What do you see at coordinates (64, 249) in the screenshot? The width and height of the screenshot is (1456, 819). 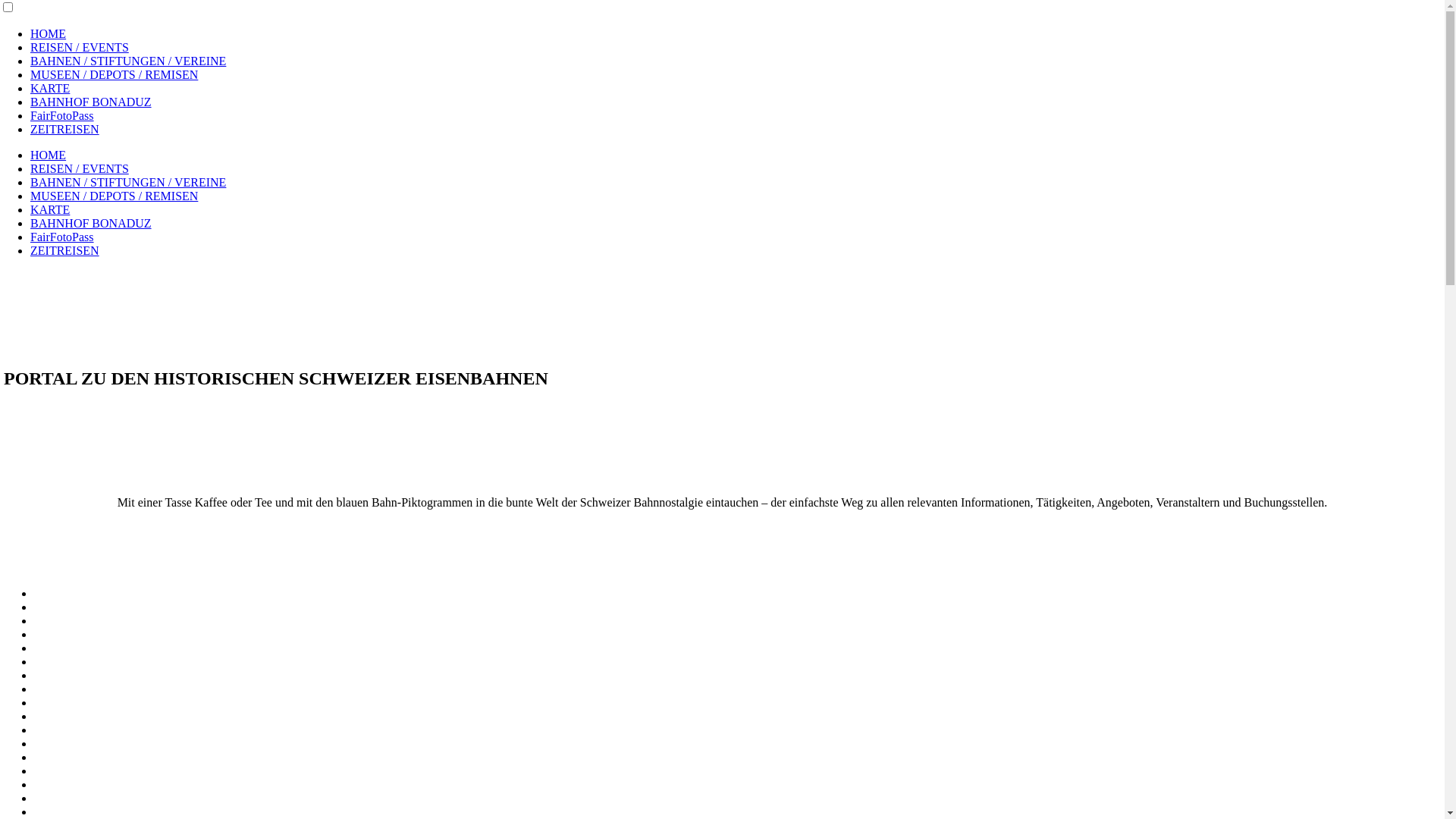 I see `'ZEITREISEN'` at bounding box center [64, 249].